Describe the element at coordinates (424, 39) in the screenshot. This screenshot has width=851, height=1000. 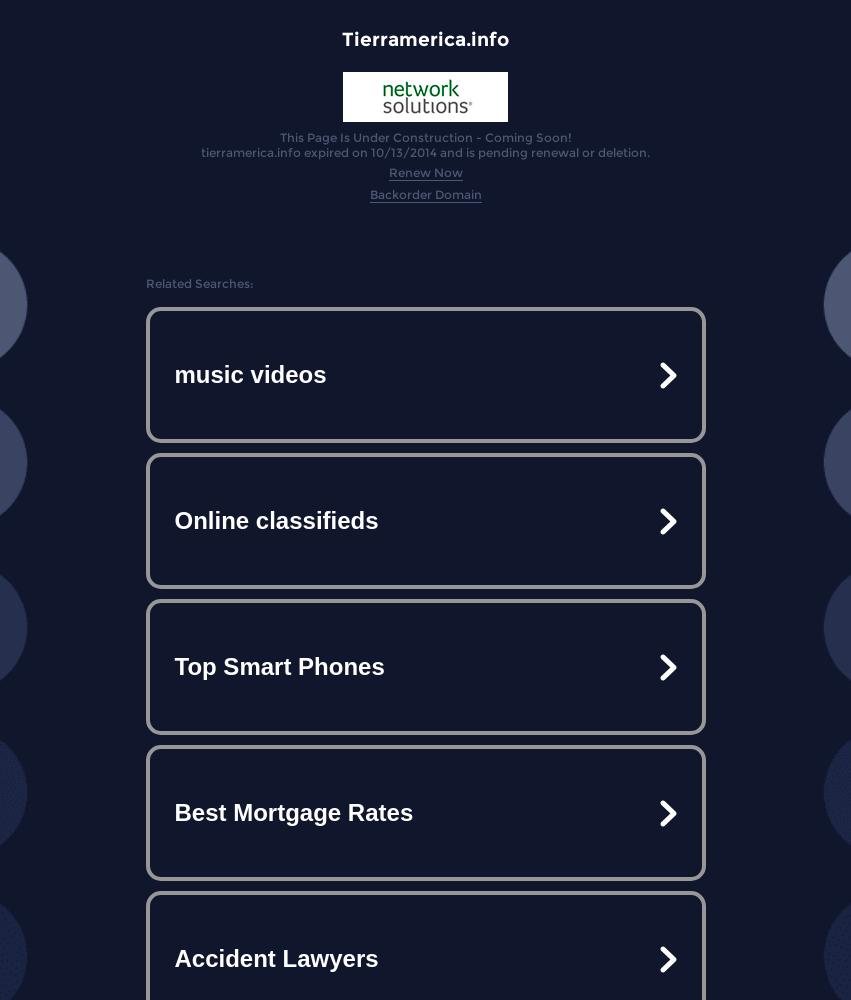
I see `'Tierramerica.info'` at that location.